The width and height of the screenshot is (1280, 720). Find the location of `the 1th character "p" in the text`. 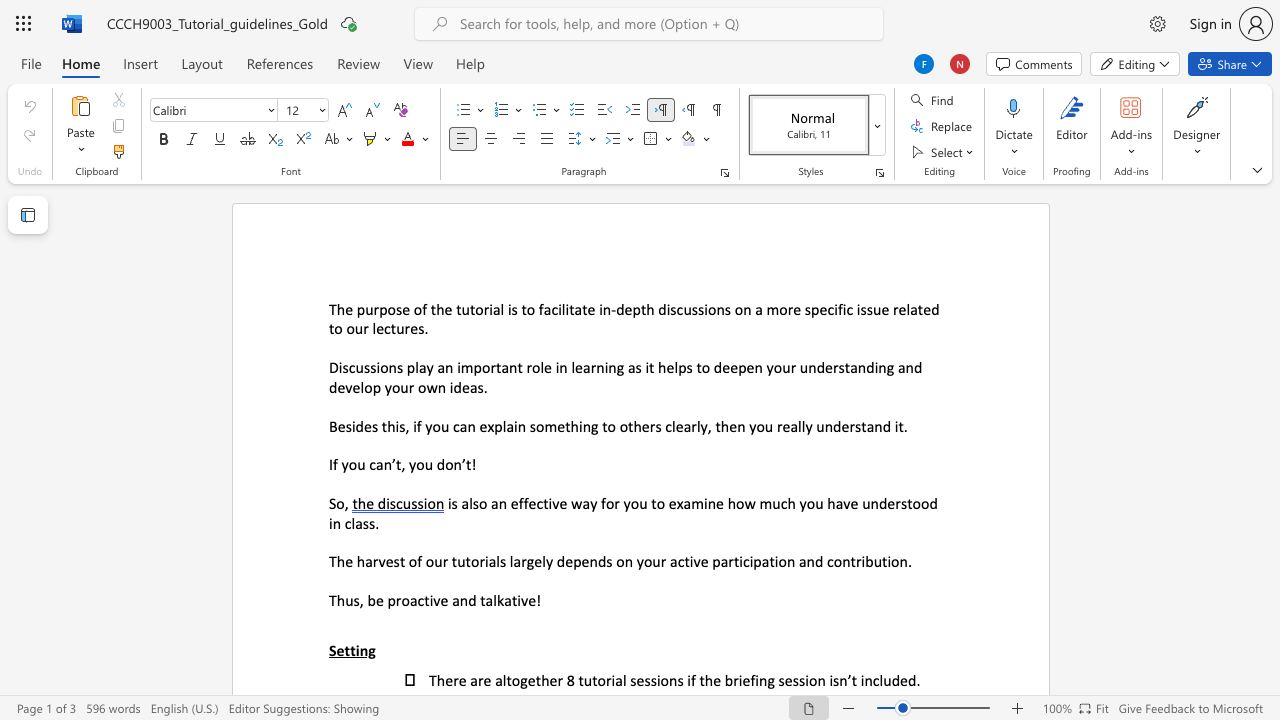

the 1th character "p" in the text is located at coordinates (360, 309).